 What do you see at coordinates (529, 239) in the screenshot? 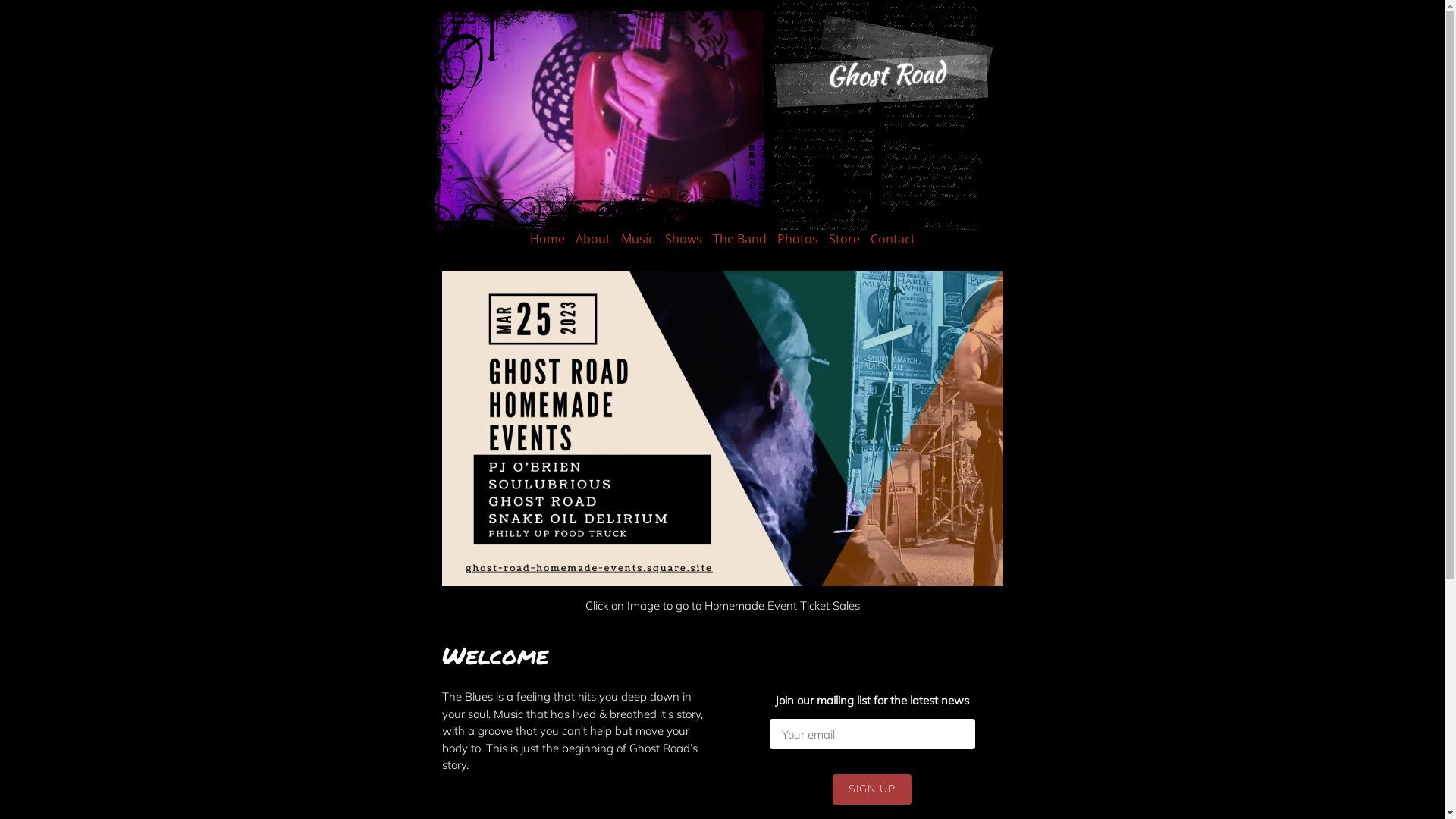
I see `'Home'` at bounding box center [529, 239].